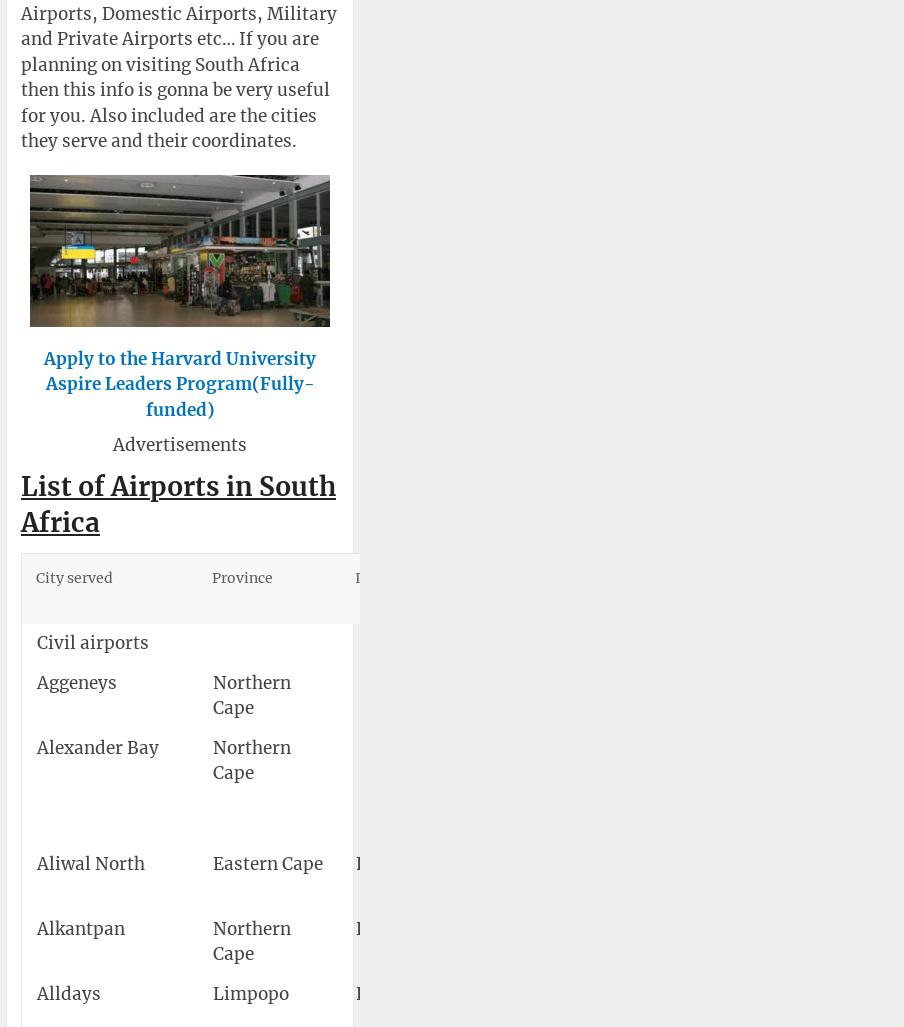 This screenshot has width=904, height=1027. Describe the element at coordinates (854, 588) in the screenshot. I see `'Elev. (ft)'` at that location.